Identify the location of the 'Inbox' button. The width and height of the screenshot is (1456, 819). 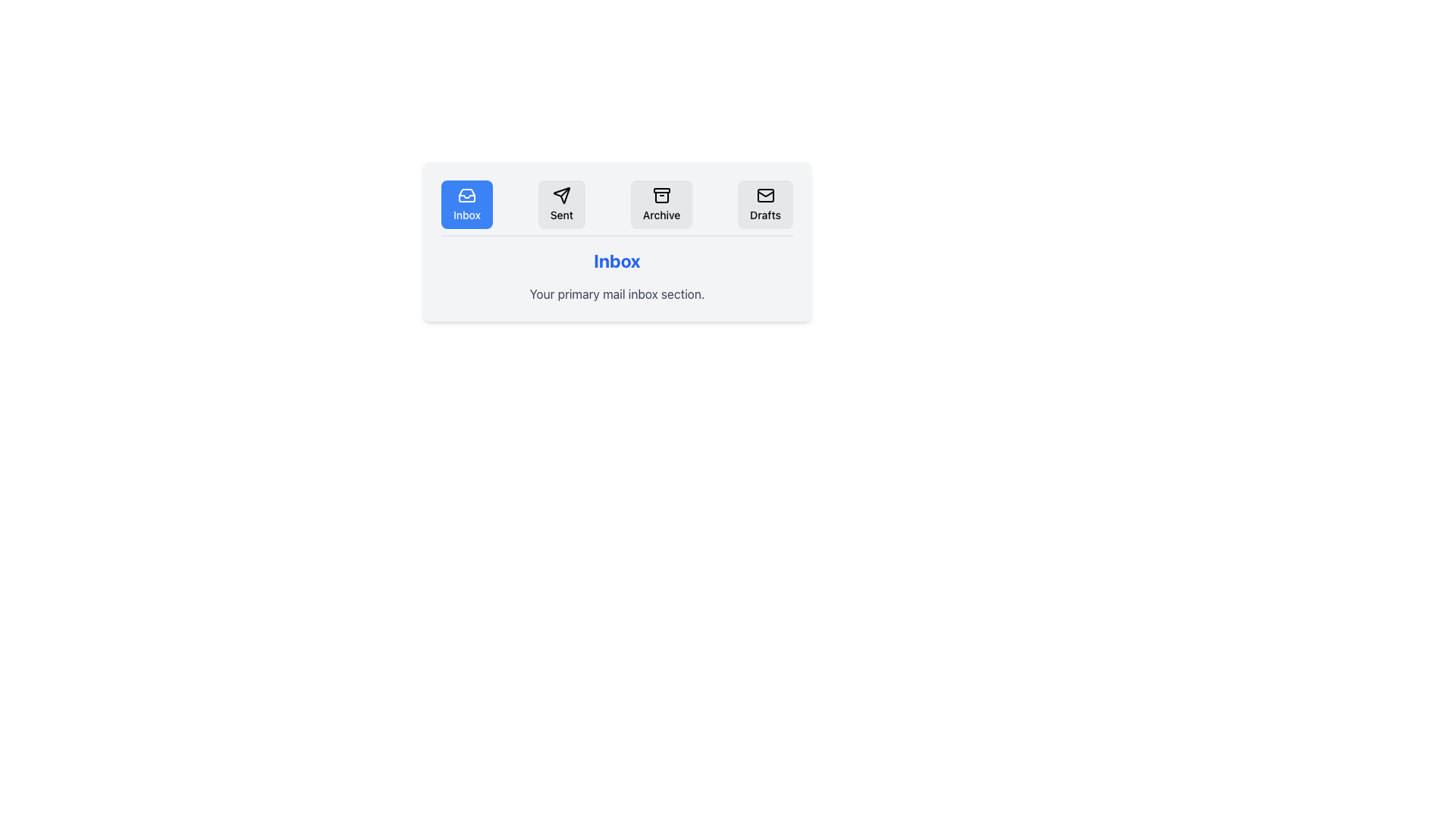
(466, 205).